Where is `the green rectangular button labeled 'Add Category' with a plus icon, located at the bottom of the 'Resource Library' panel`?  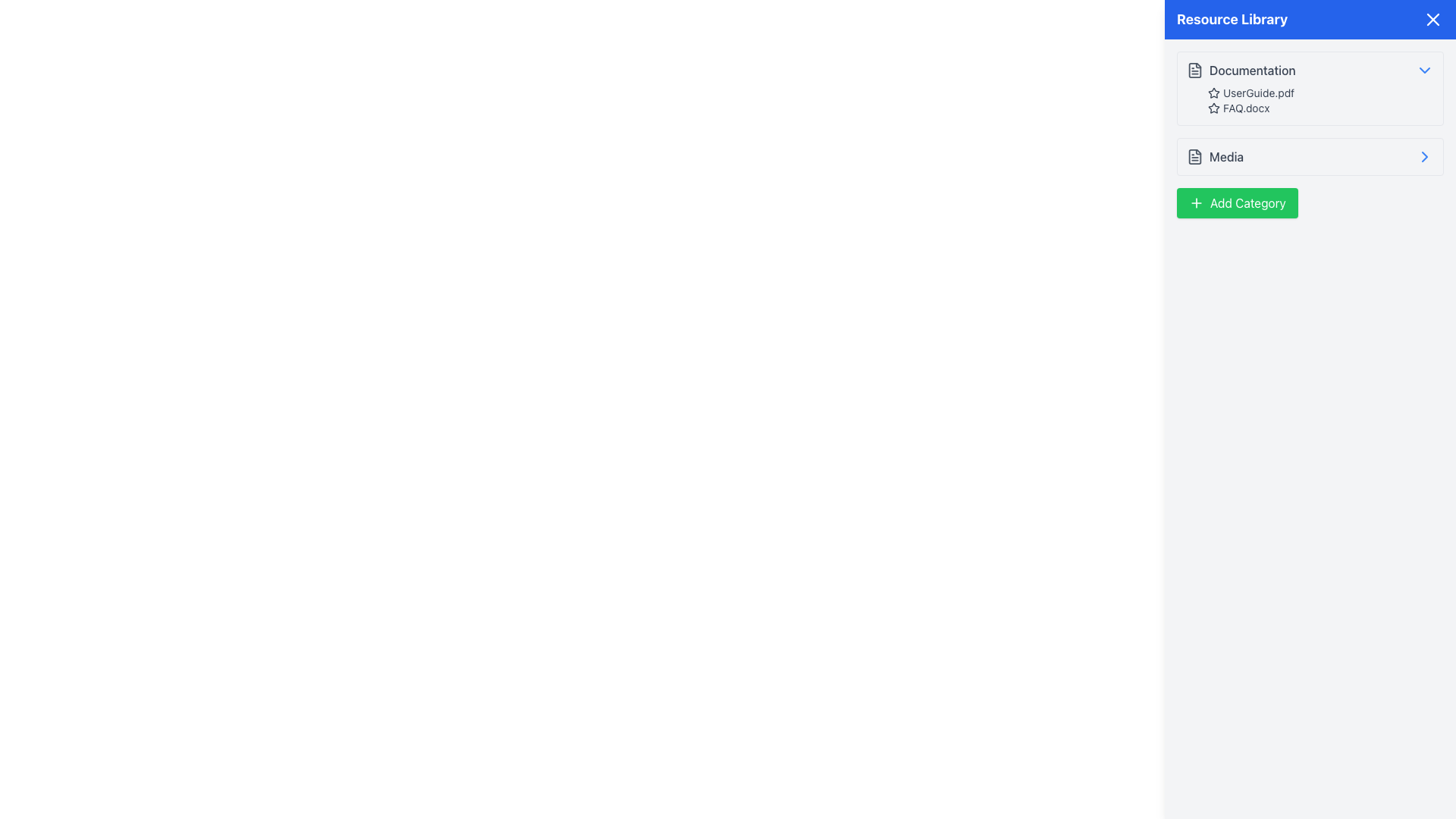
the green rectangular button labeled 'Add Category' with a plus icon, located at the bottom of the 'Resource Library' panel is located at coordinates (1238, 202).